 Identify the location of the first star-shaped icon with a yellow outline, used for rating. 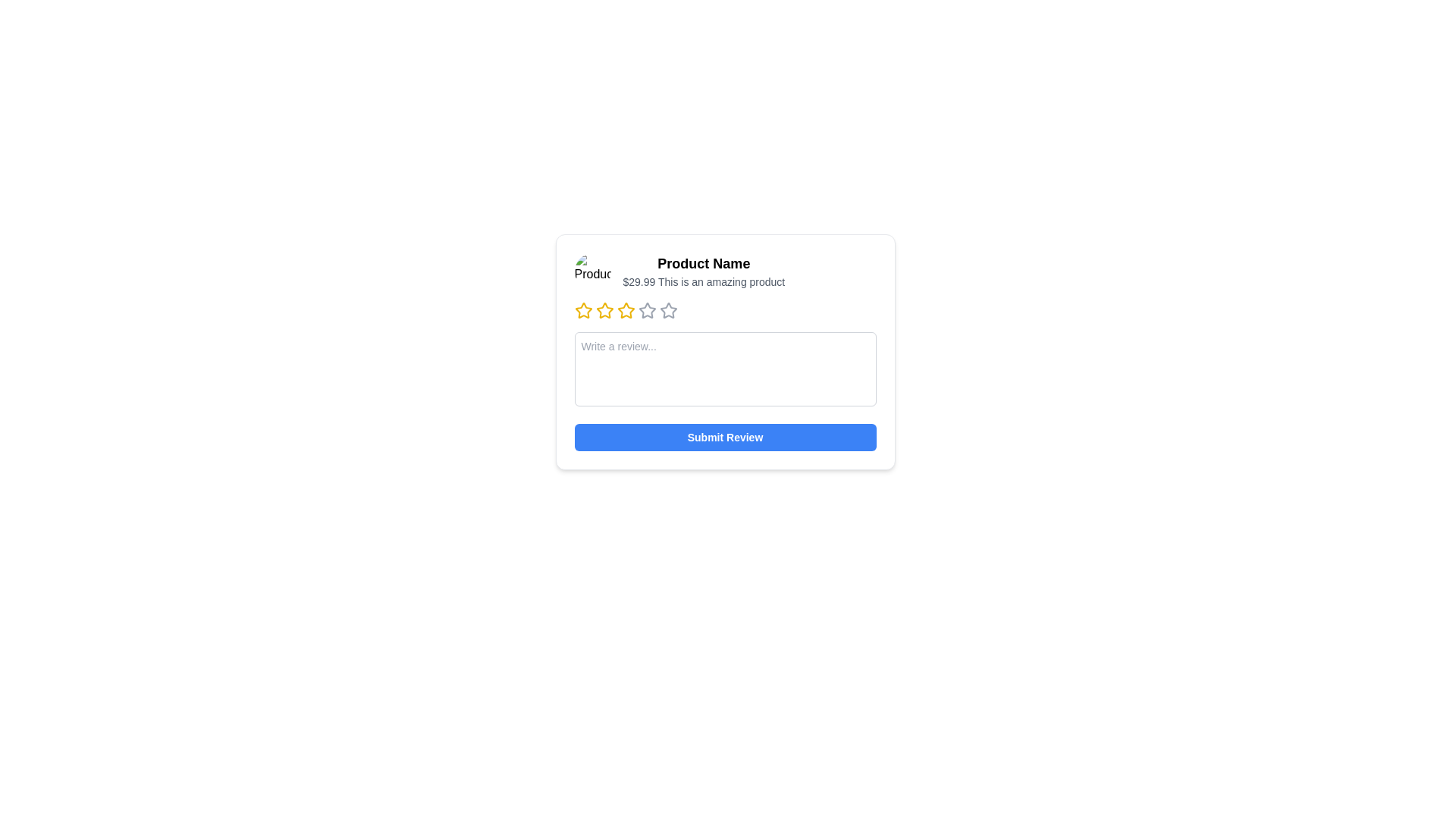
(582, 309).